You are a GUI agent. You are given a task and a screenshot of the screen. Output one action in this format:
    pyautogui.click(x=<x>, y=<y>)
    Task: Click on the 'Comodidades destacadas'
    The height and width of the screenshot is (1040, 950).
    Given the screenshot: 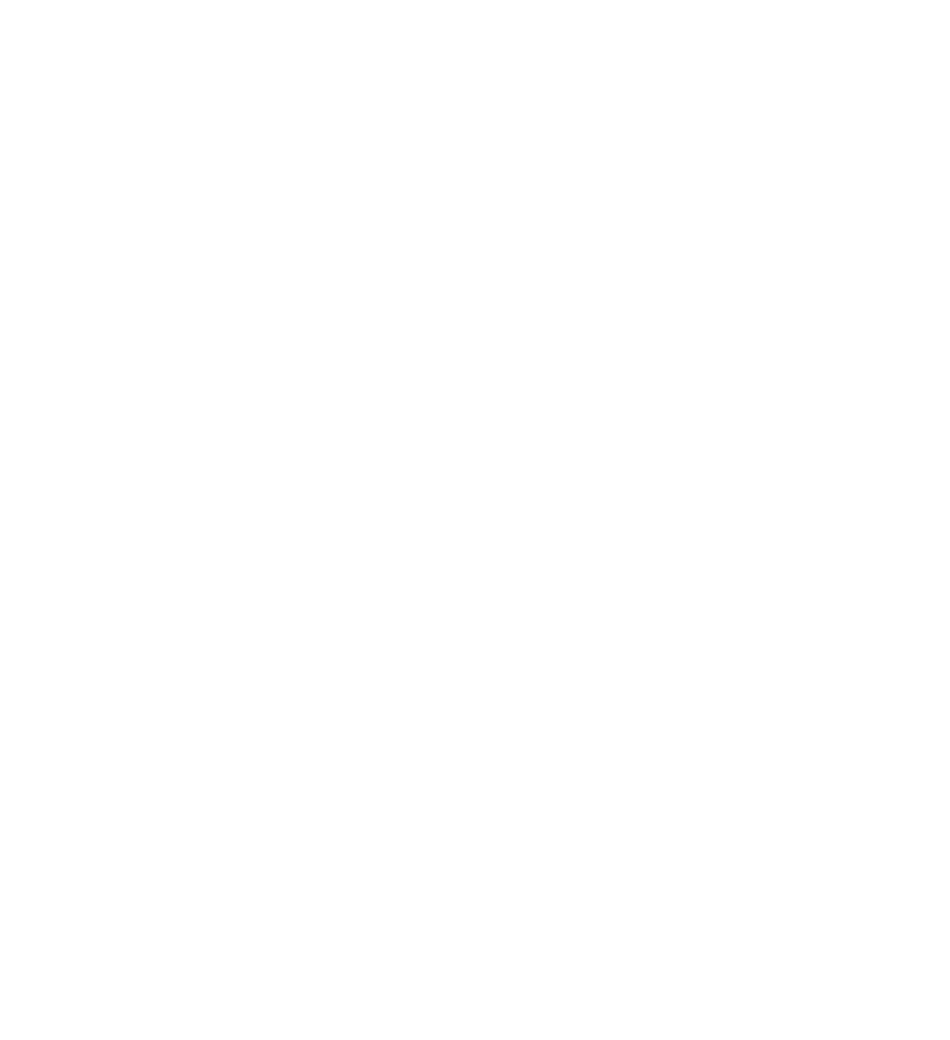 What is the action you would take?
    pyautogui.click(x=131, y=934)
    